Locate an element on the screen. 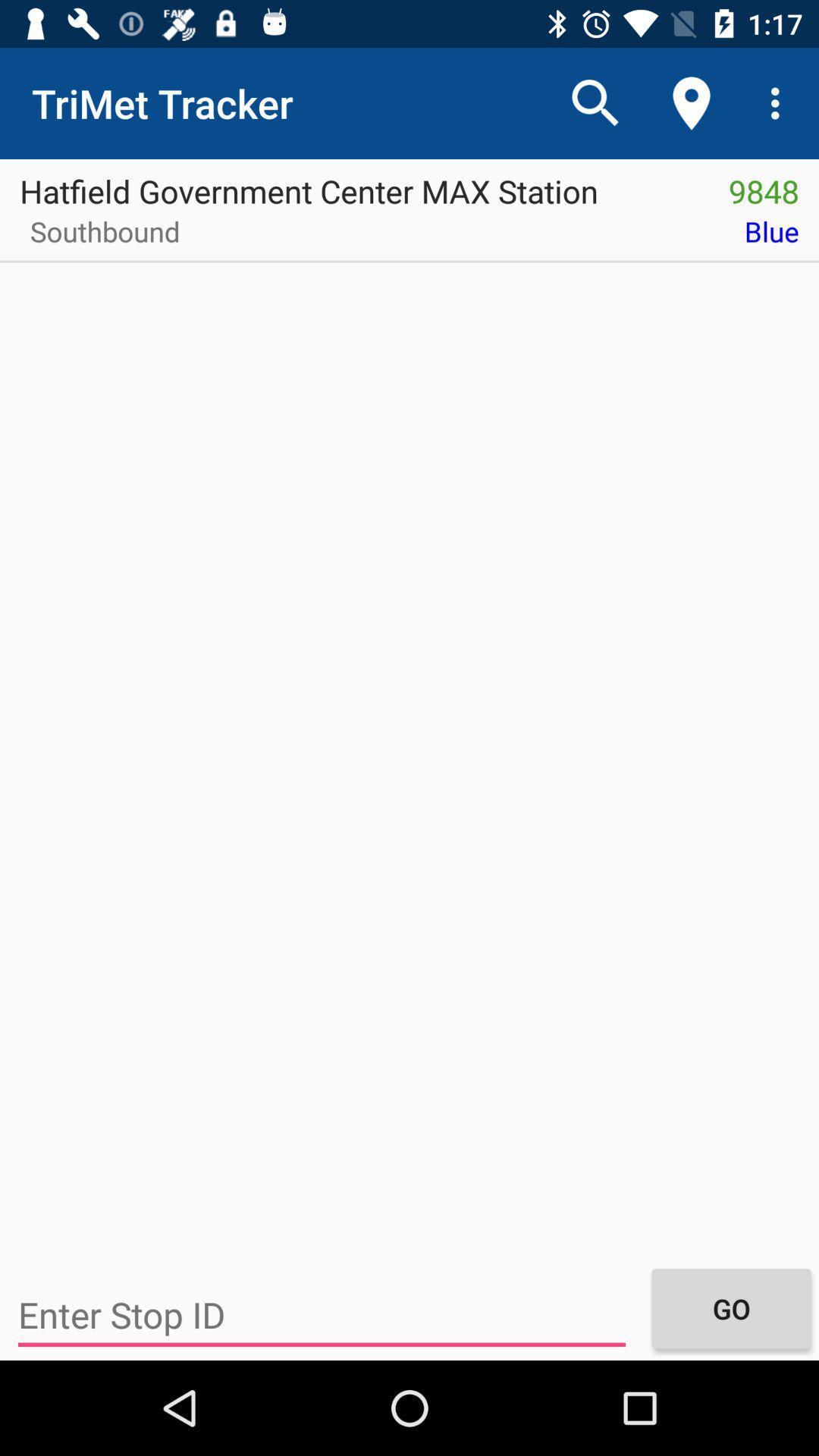  the southbound is located at coordinates (99, 236).